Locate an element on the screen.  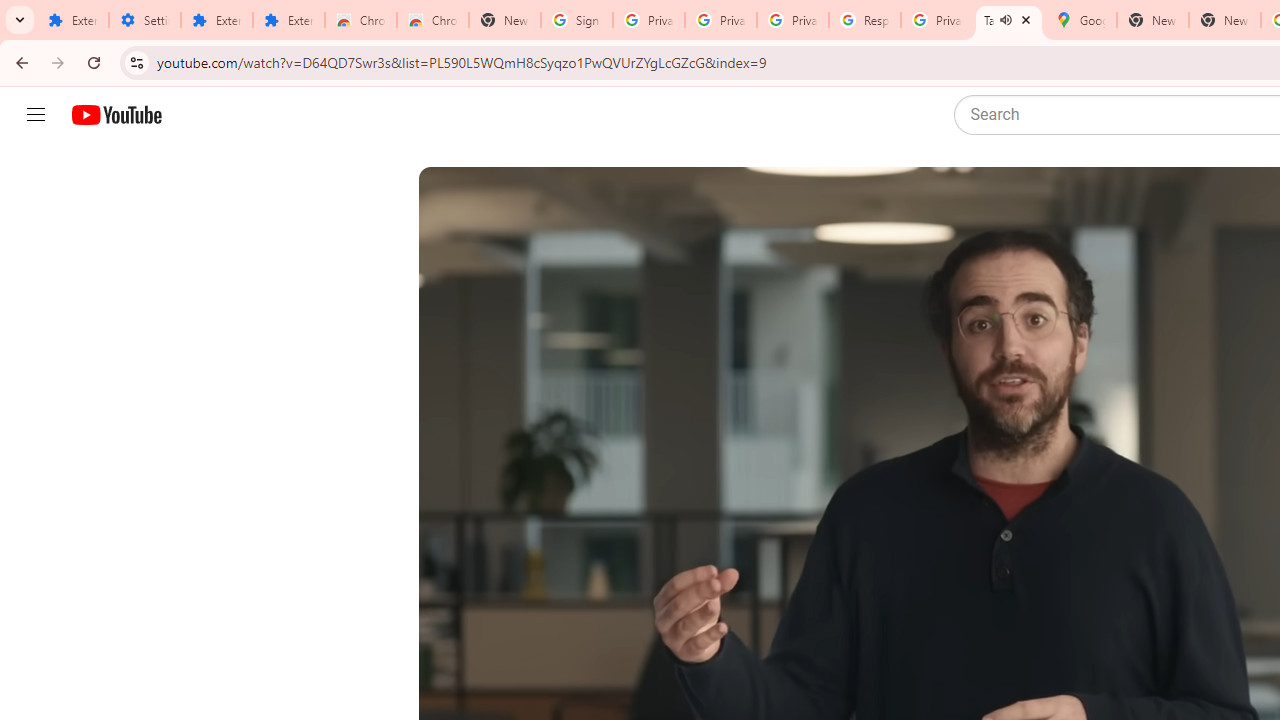
'Chrome Web Store - Themes' is located at coordinates (431, 20).